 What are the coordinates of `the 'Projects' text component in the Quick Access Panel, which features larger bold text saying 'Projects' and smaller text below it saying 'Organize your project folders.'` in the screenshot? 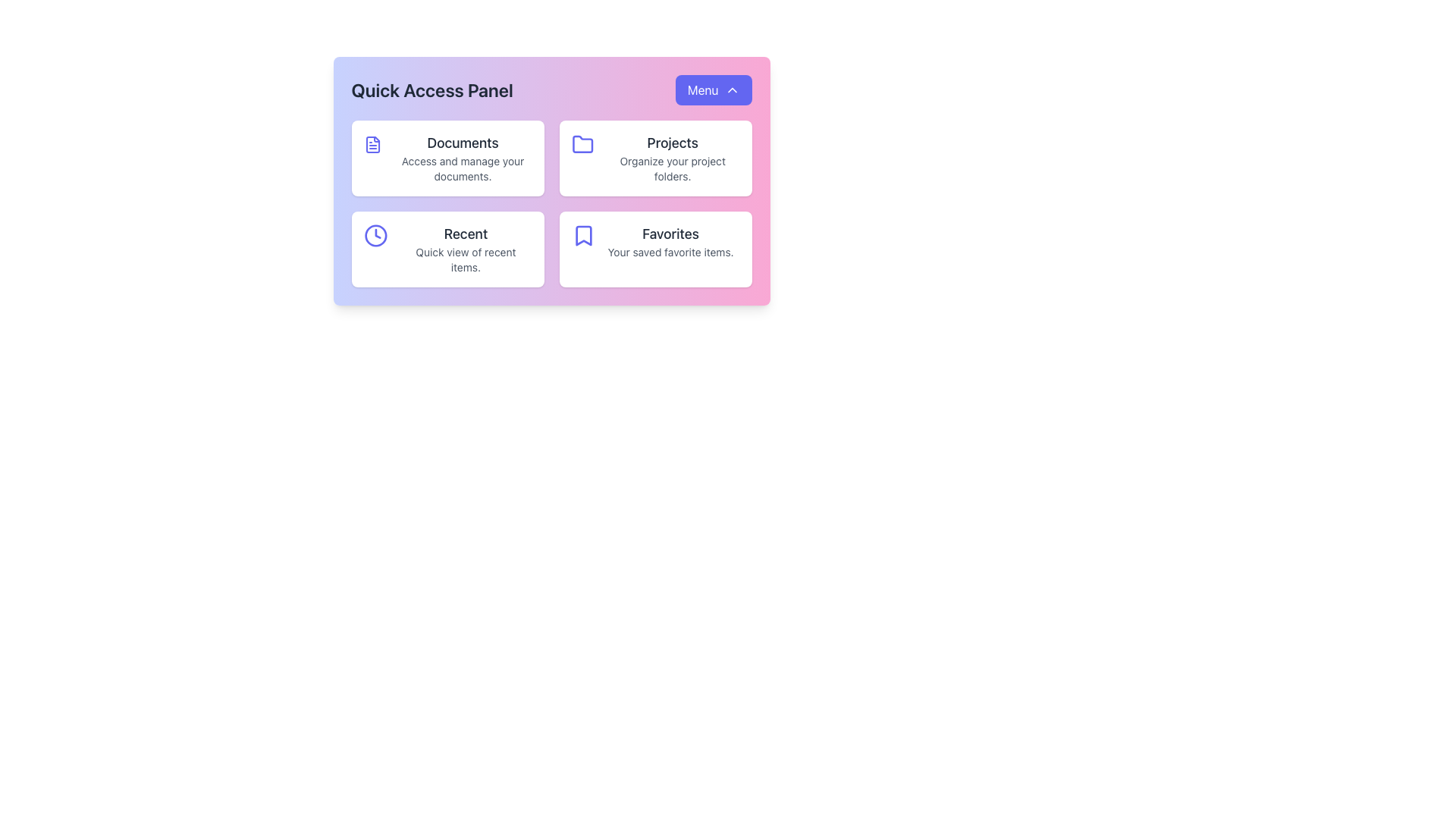 It's located at (672, 158).